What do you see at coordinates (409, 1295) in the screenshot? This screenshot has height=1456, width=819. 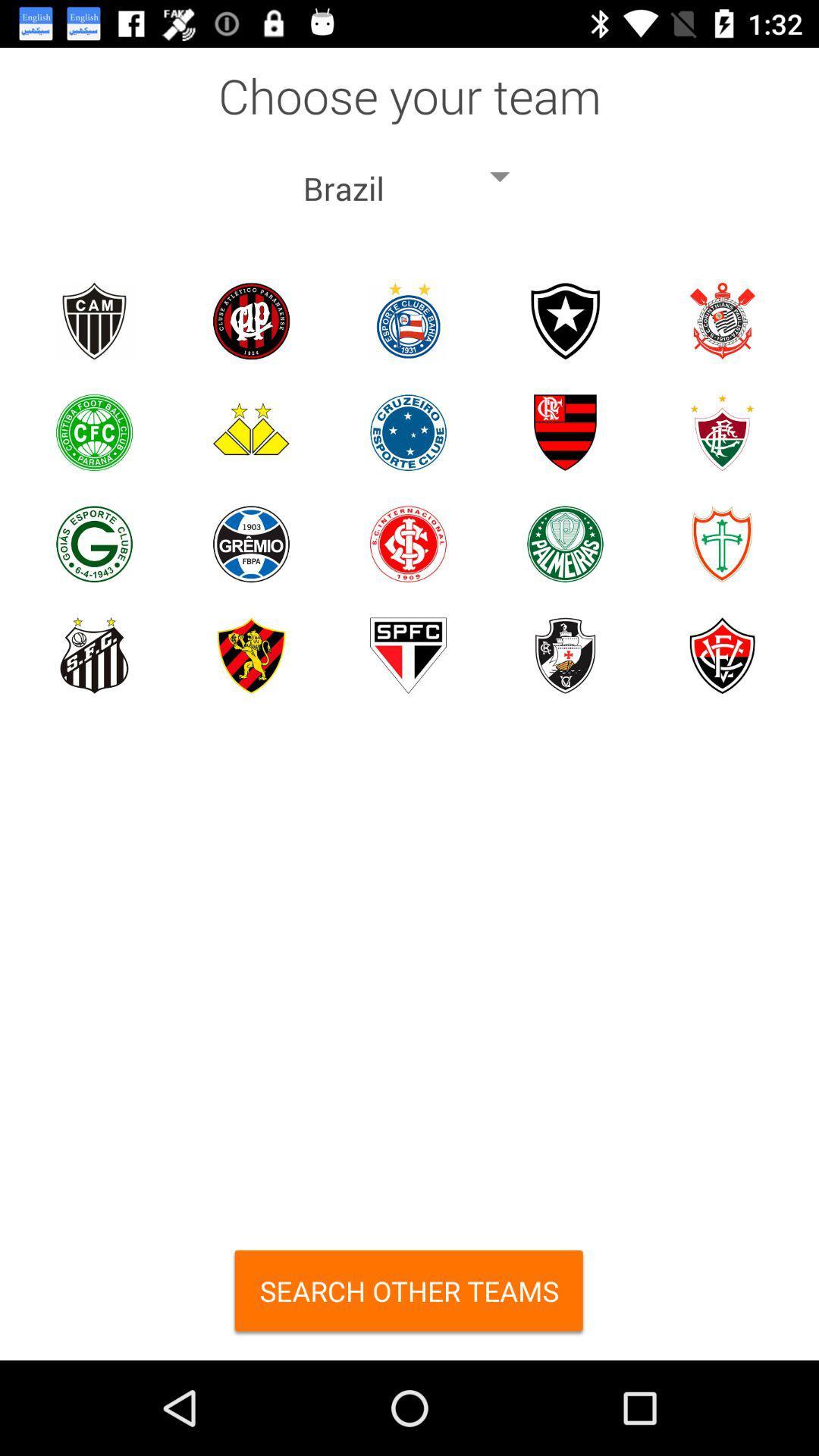 I see `orange button` at bounding box center [409, 1295].